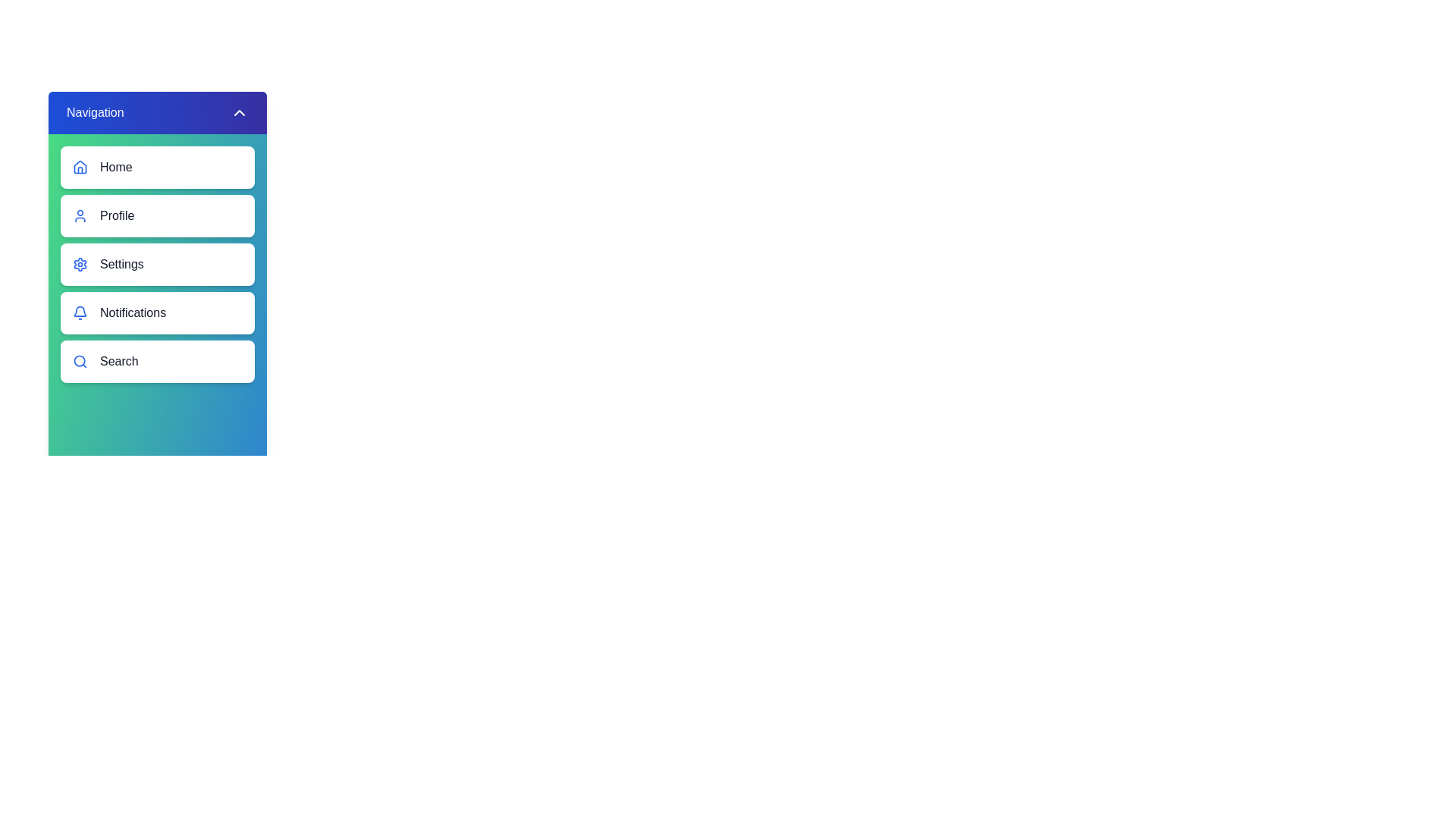  Describe the element at coordinates (133, 312) in the screenshot. I see `the 'Notifications' text label in the navigation menu, which indicates the option will lead to notifications` at that location.